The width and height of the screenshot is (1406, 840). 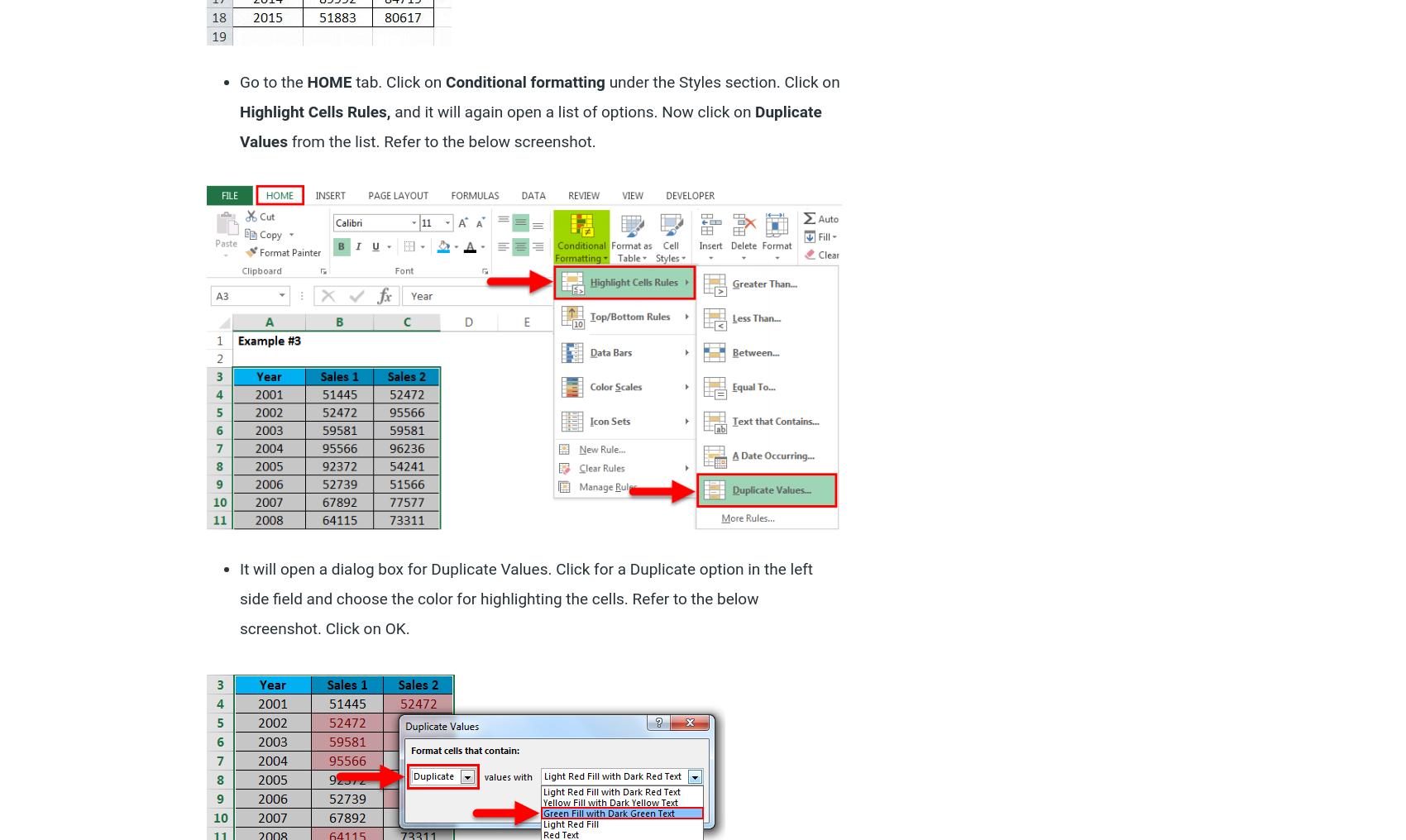 What do you see at coordinates (390, 110) in the screenshot?
I see `'and it will again open a list of options. Now click on'` at bounding box center [390, 110].